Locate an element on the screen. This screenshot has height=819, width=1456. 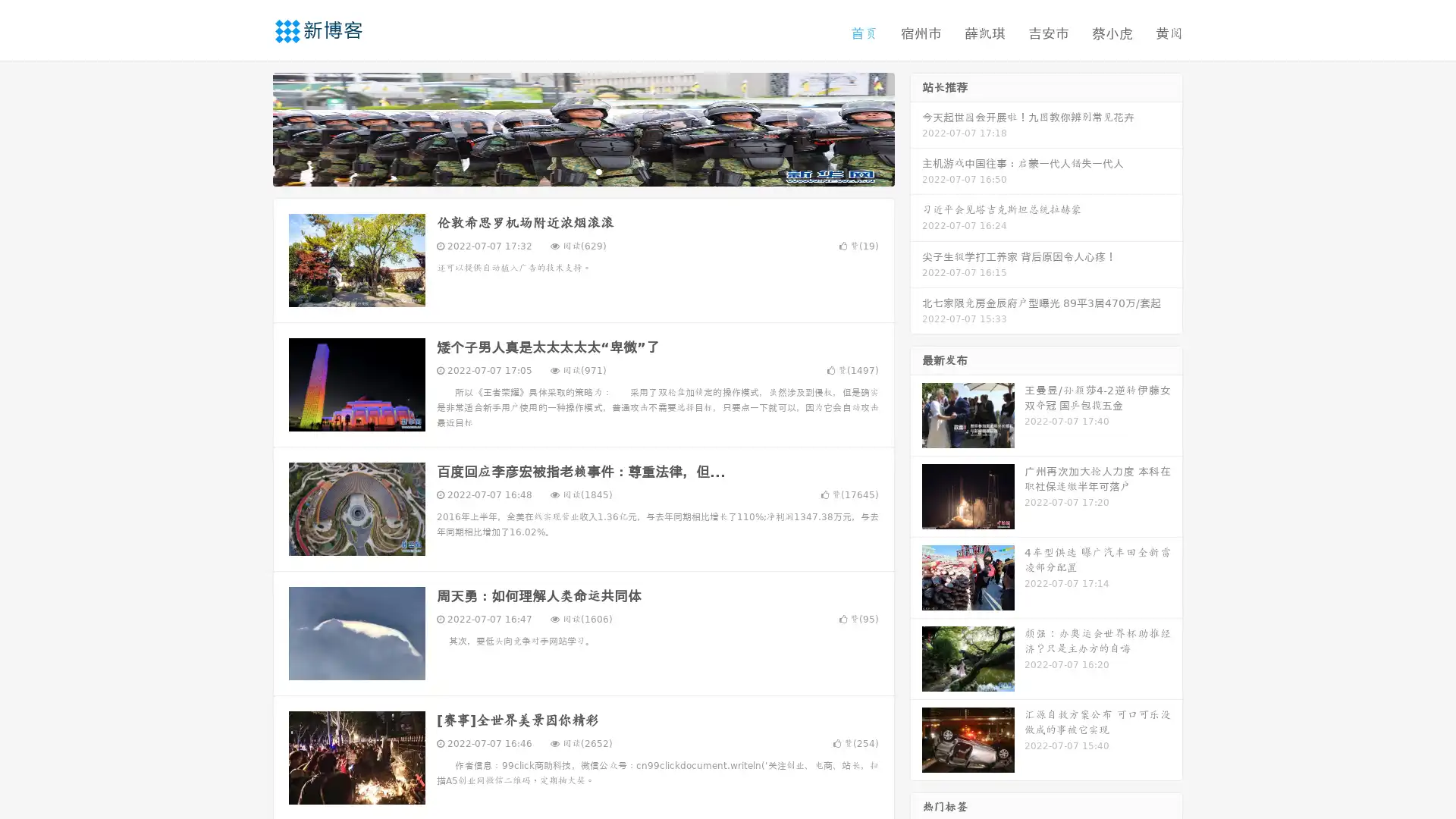
Go to slide 3 is located at coordinates (598, 171).